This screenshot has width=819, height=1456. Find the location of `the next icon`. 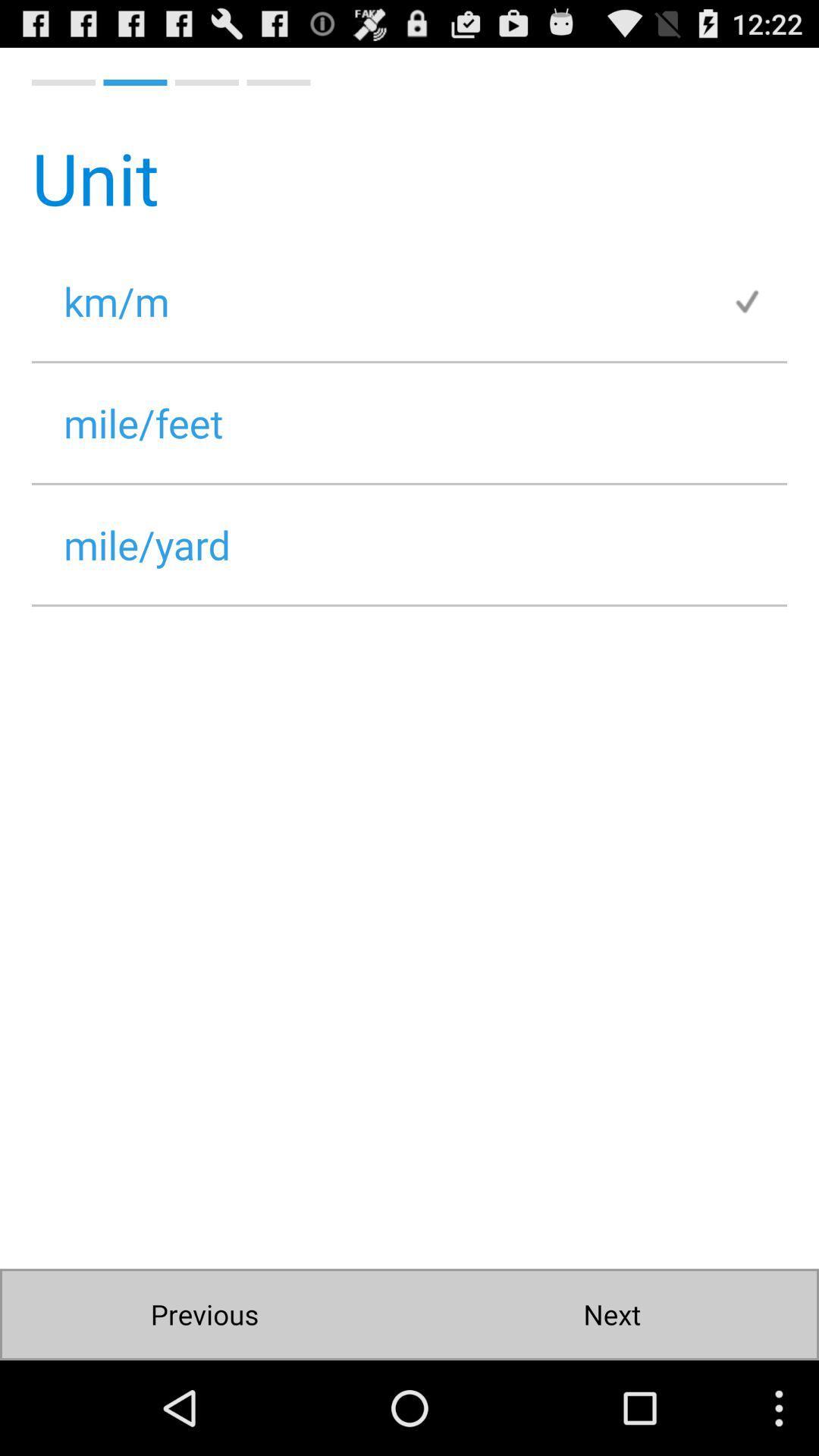

the next icon is located at coordinates (610, 1313).